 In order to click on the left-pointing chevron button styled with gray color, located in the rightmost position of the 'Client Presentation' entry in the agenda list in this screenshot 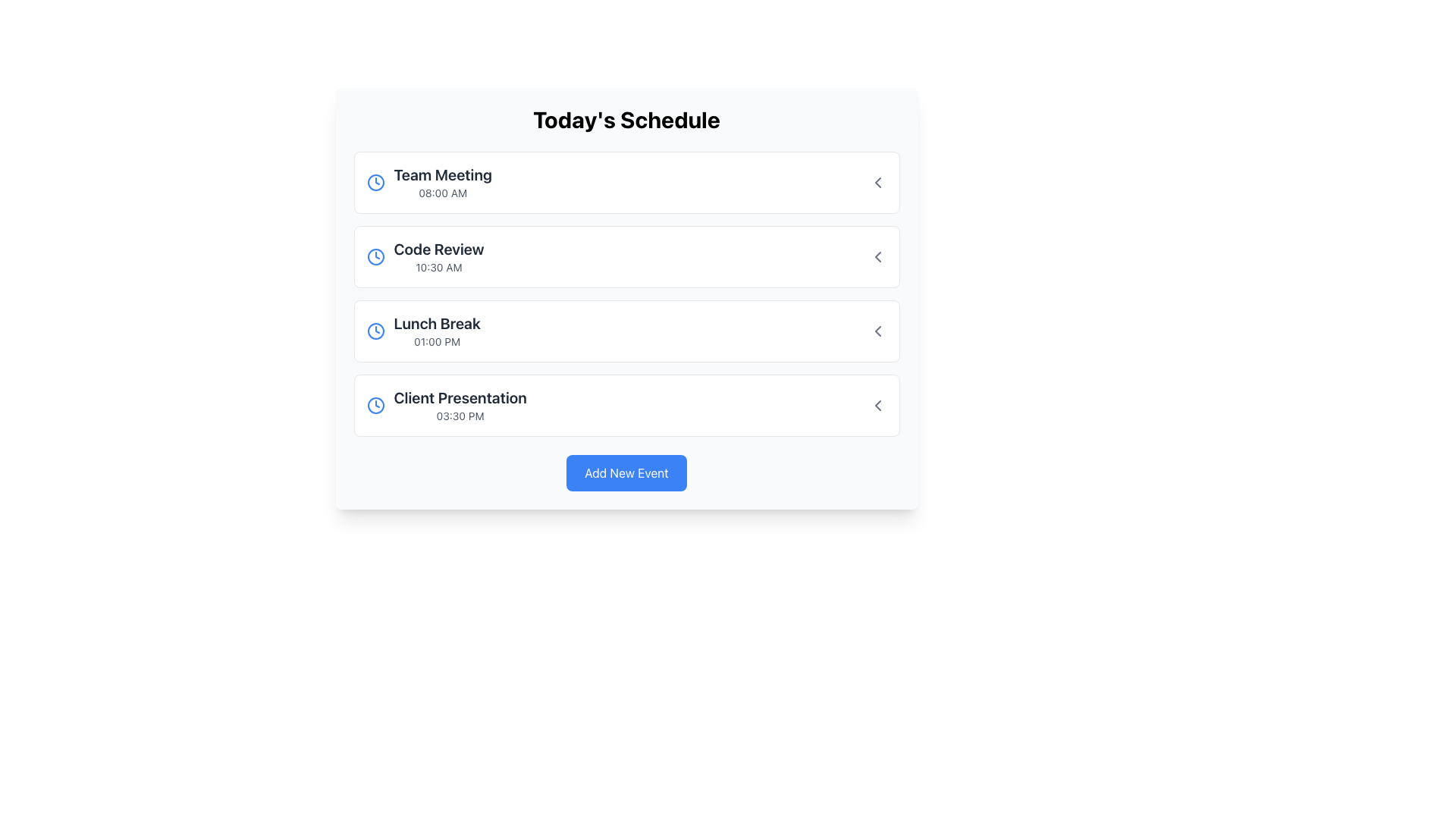, I will do `click(877, 405)`.